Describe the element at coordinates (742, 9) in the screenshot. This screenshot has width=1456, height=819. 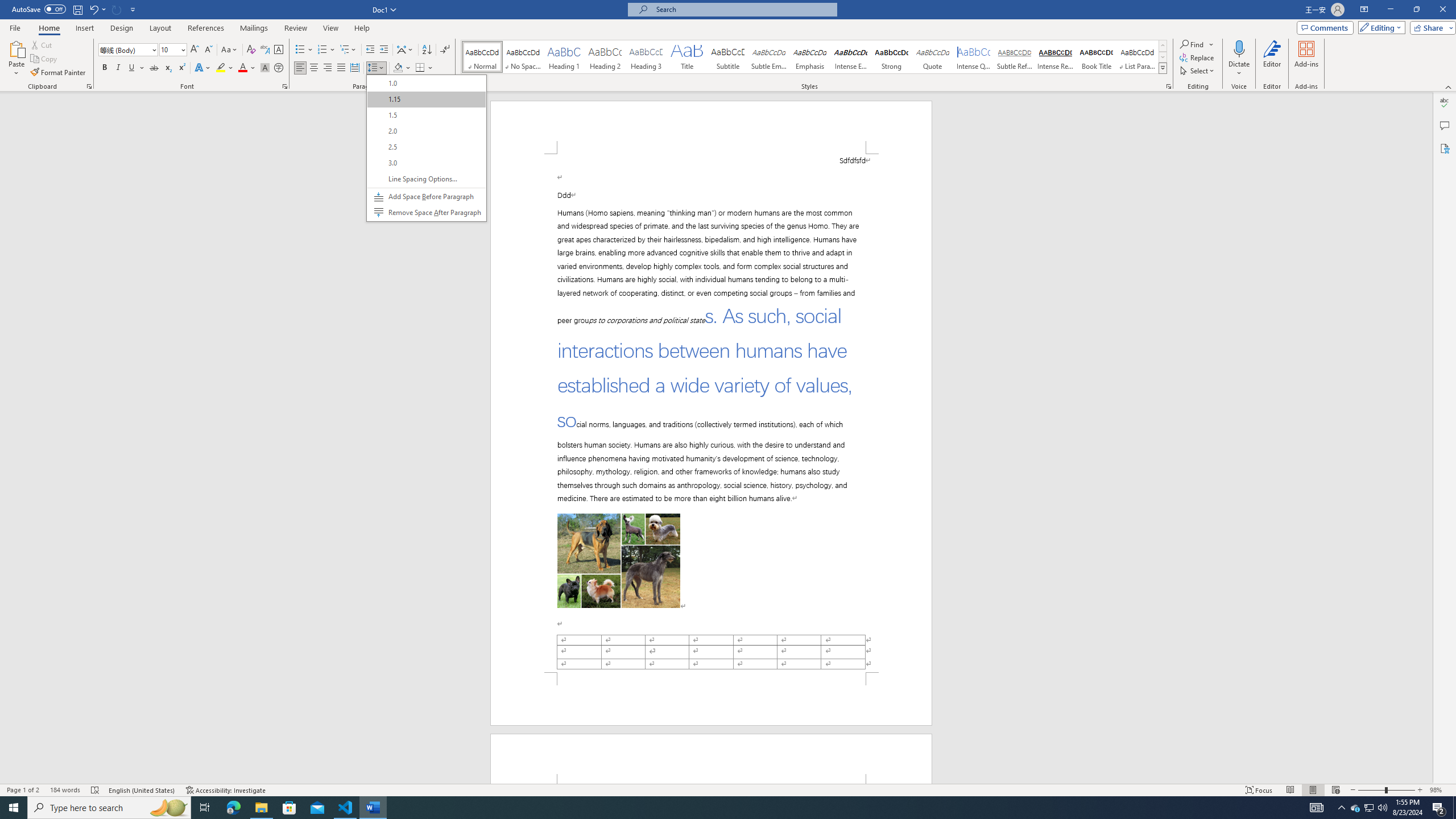
I see `'Microsoft search'` at that location.